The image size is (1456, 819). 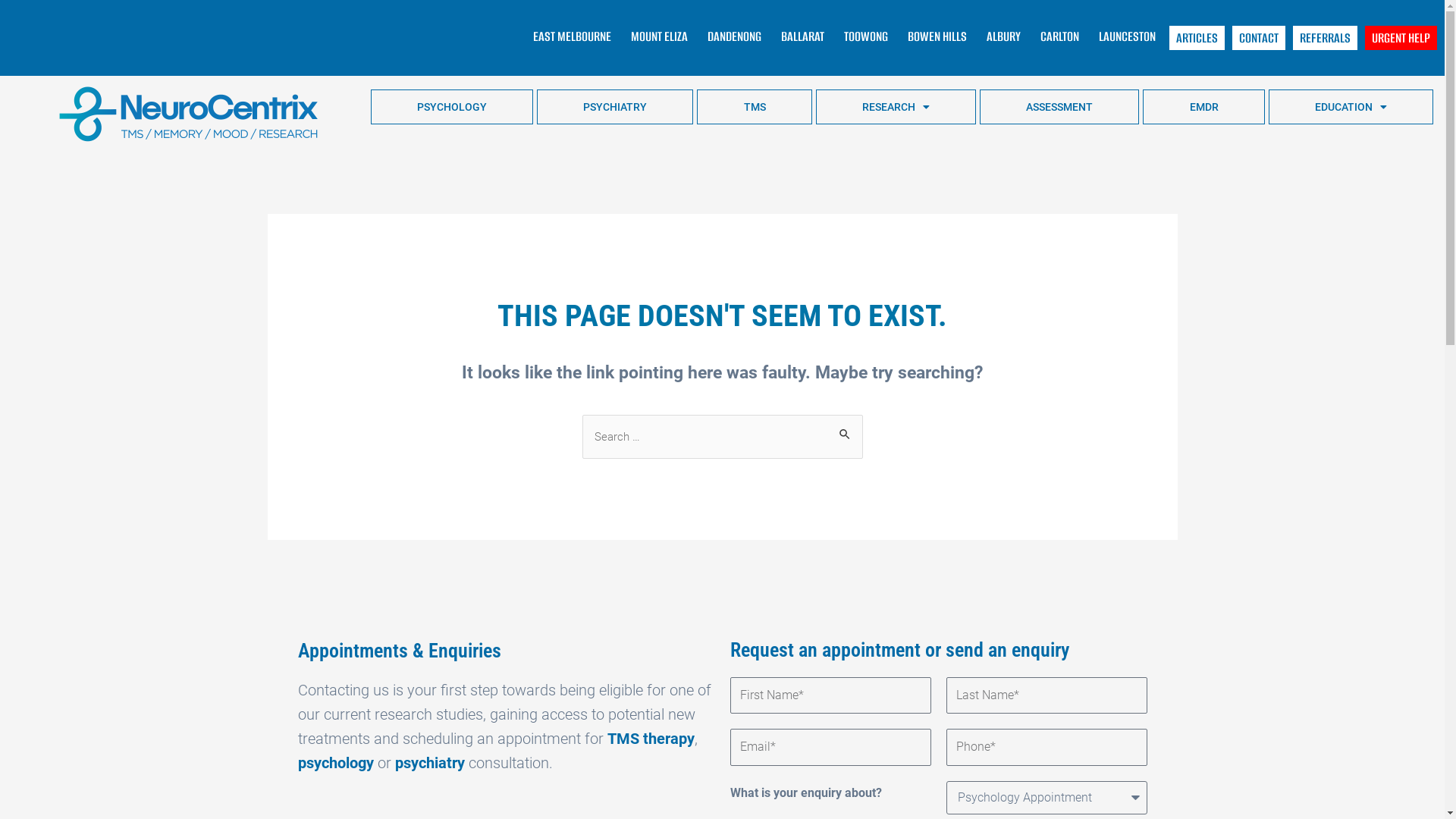 I want to click on 'CONTACT', so click(x=1259, y=37).